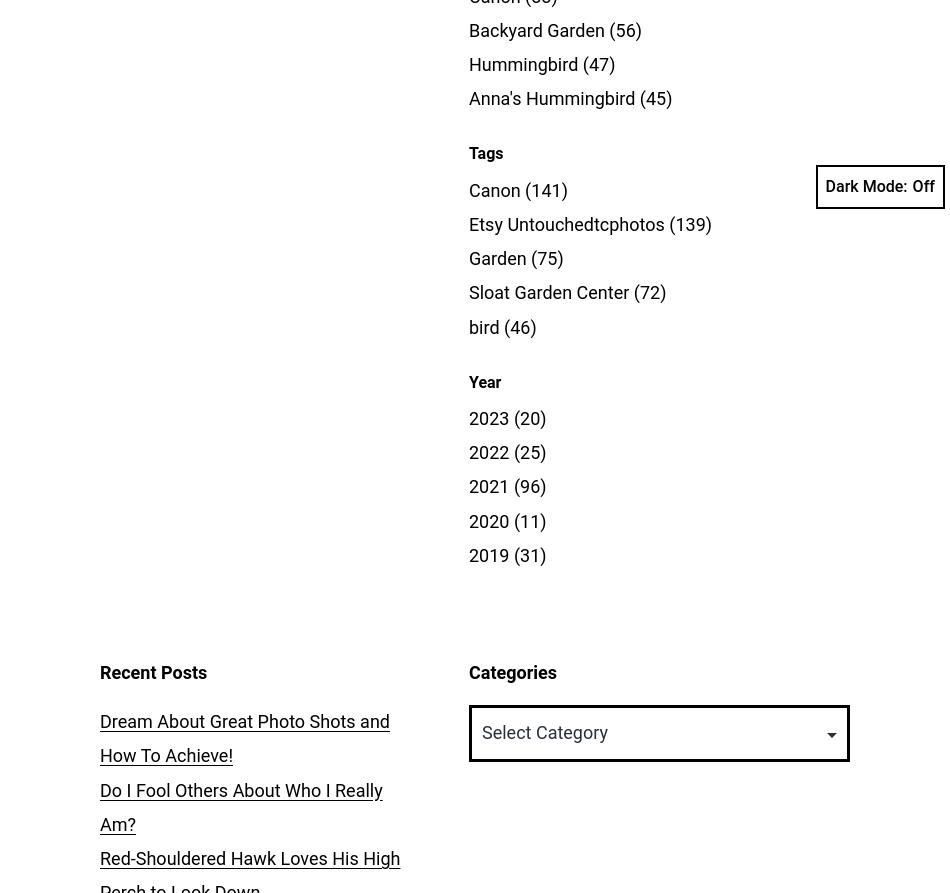 This screenshot has height=893, width=950. Describe the element at coordinates (518, 188) in the screenshot. I see `'Canon (141)'` at that location.